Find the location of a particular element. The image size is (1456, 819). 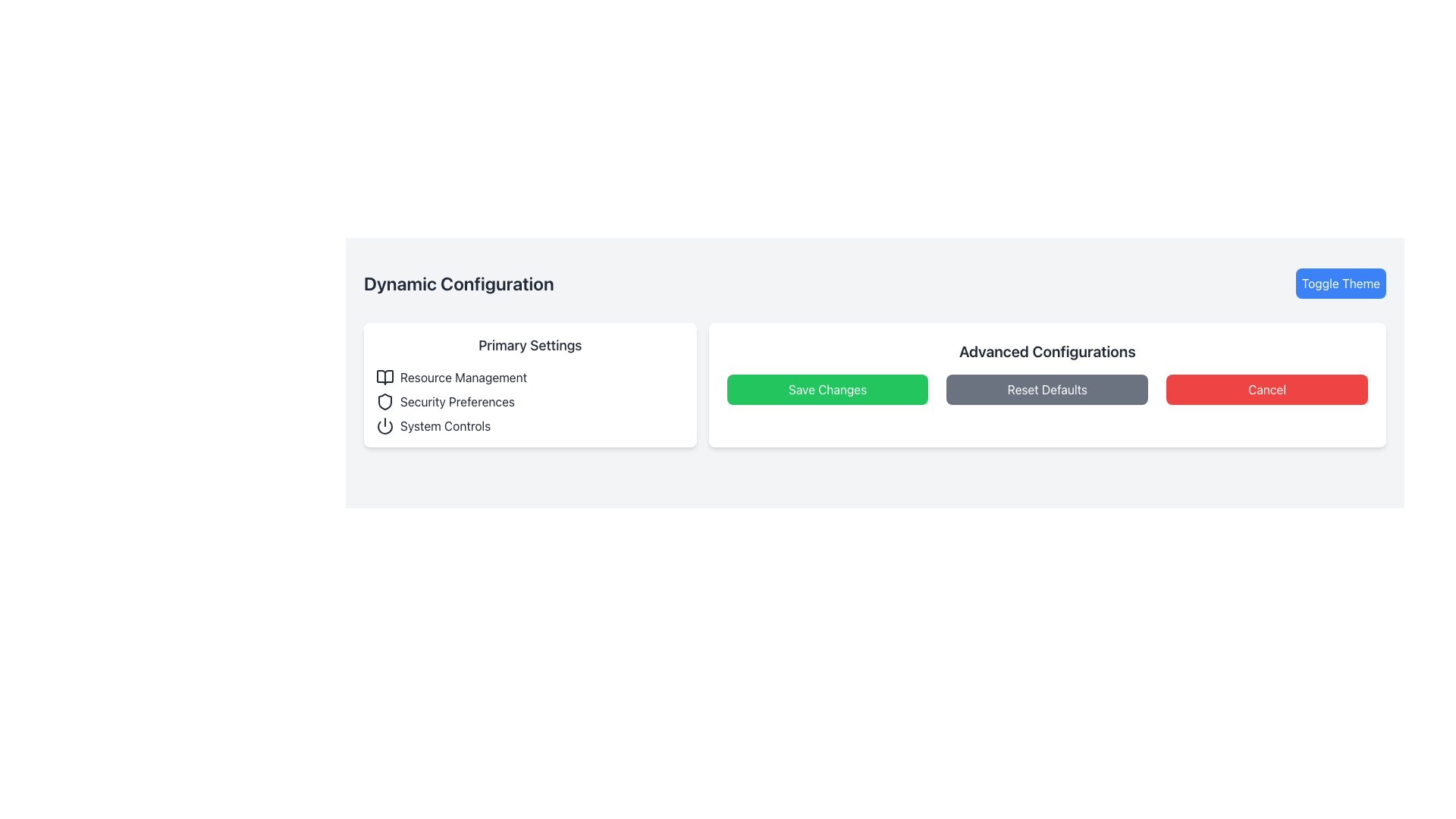

the red 'Cancel' button with white text, located in the 'Advanced Configurations' panel is located at coordinates (1267, 388).